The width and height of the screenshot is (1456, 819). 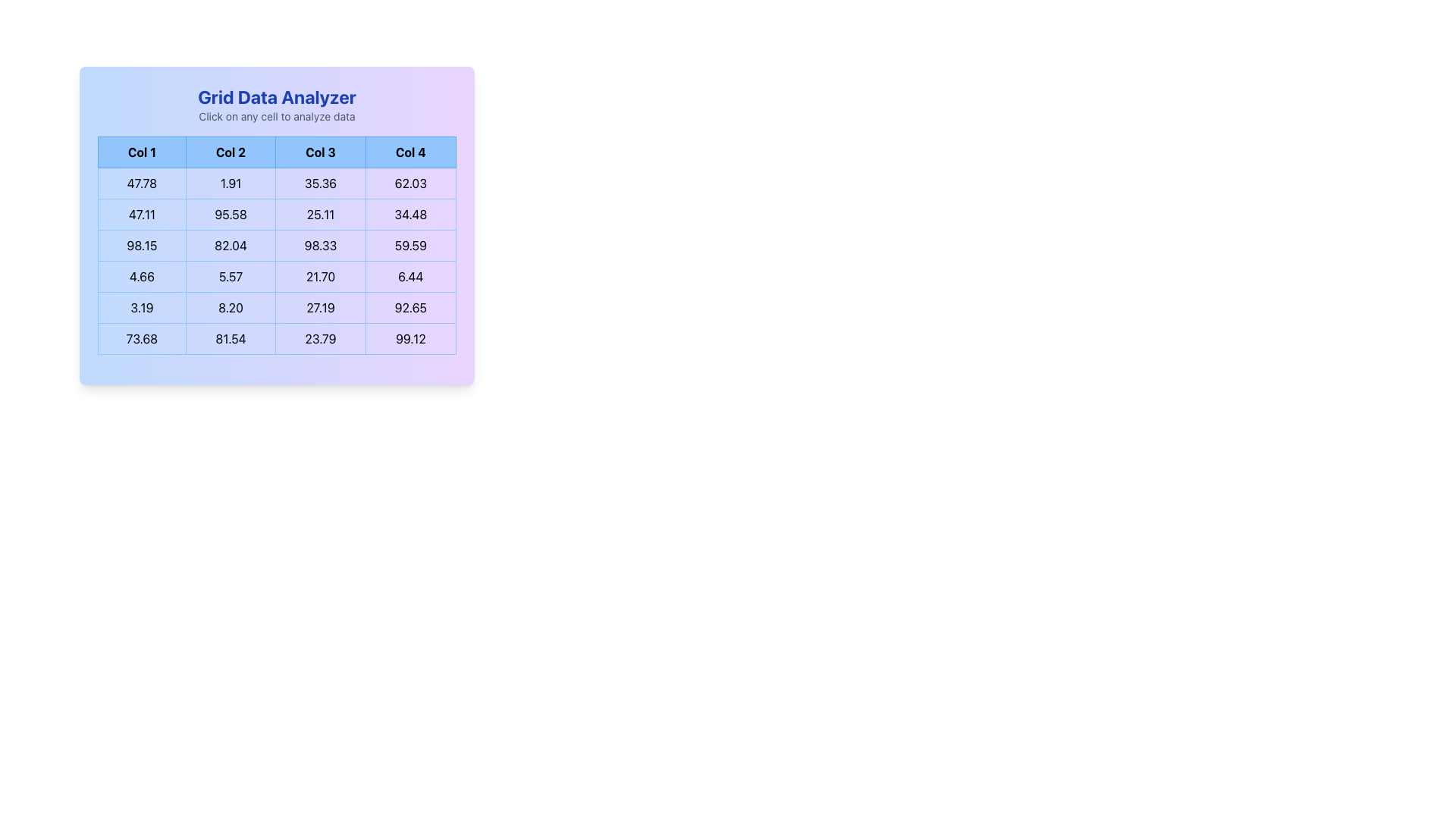 I want to click on the fourth row of the Grid Data Analyzer table, which contains the numerical values '4.66', '5.57', '21.70', and '6.44', so click(x=277, y=277).